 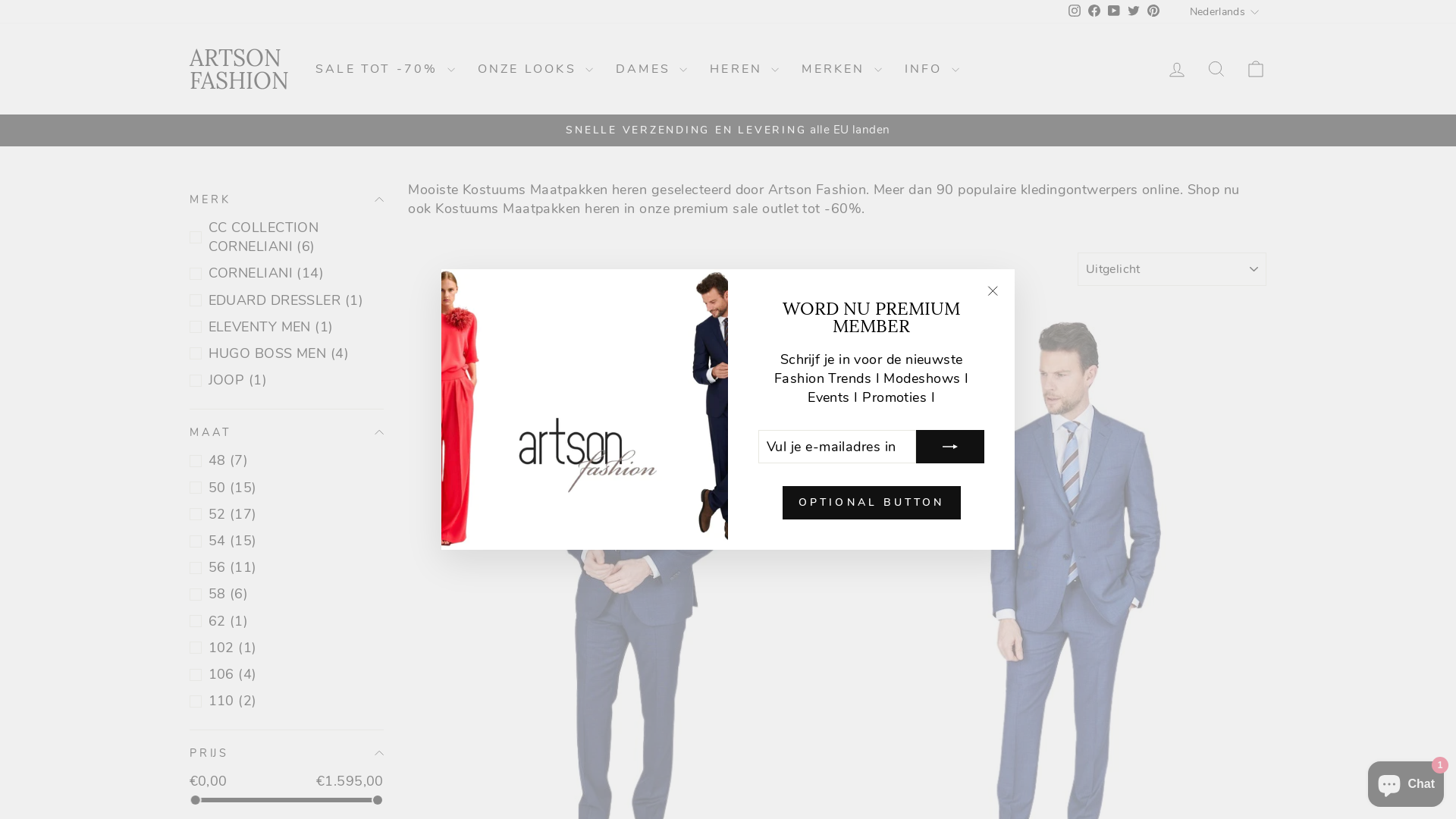 What do you see at coordinates (1256, 69) in the screenshot?
I see `'ICON-BAG-MINIMAL` at bounding box center [1256, 69].